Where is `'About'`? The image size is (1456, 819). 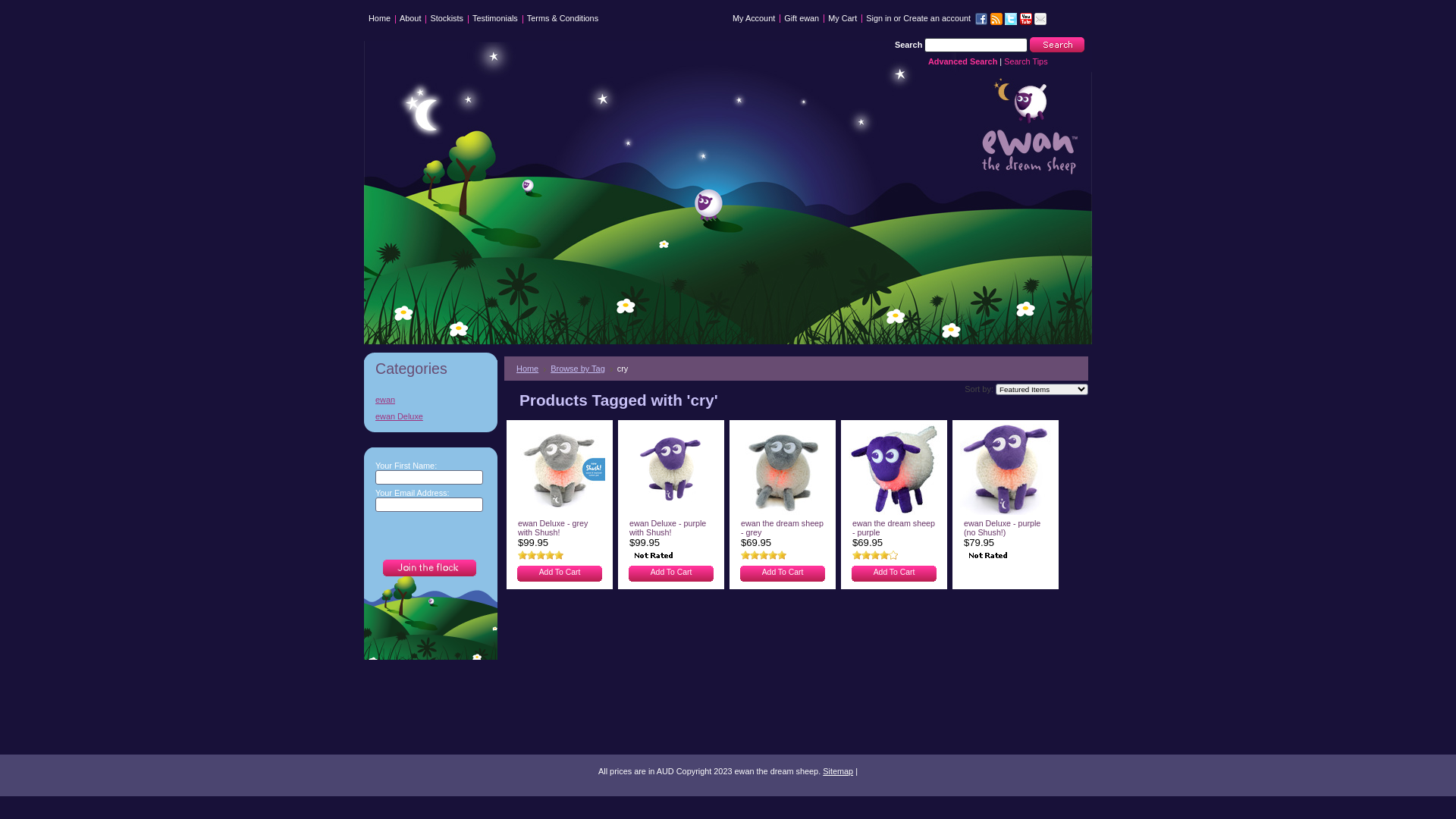 'About' is located at coordinates (410, 20).